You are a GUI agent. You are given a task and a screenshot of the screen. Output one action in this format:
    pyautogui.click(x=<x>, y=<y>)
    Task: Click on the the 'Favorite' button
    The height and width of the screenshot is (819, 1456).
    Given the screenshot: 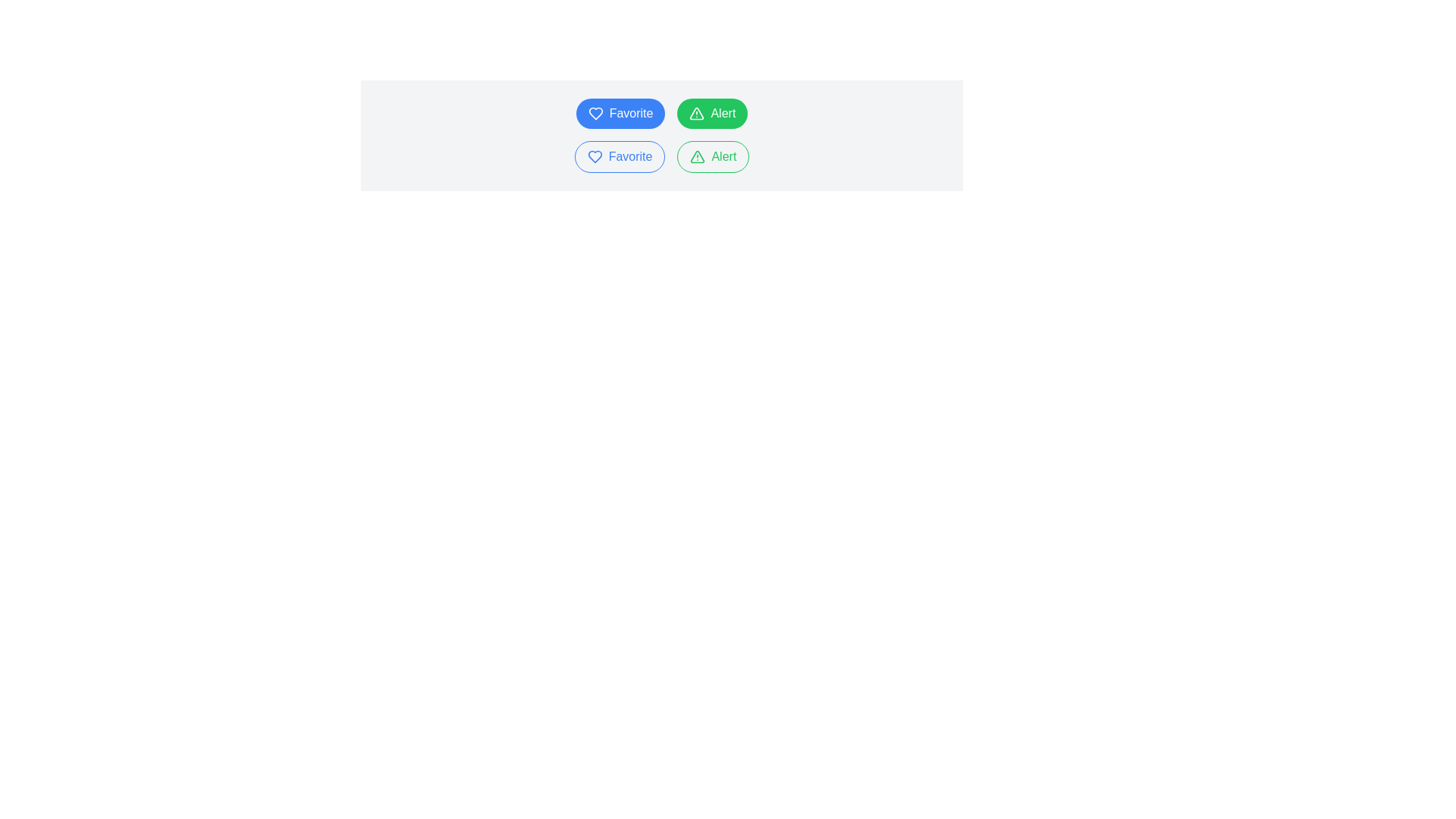 What is the action you would take?
    pyautogui.click(x=620, y=113)
    